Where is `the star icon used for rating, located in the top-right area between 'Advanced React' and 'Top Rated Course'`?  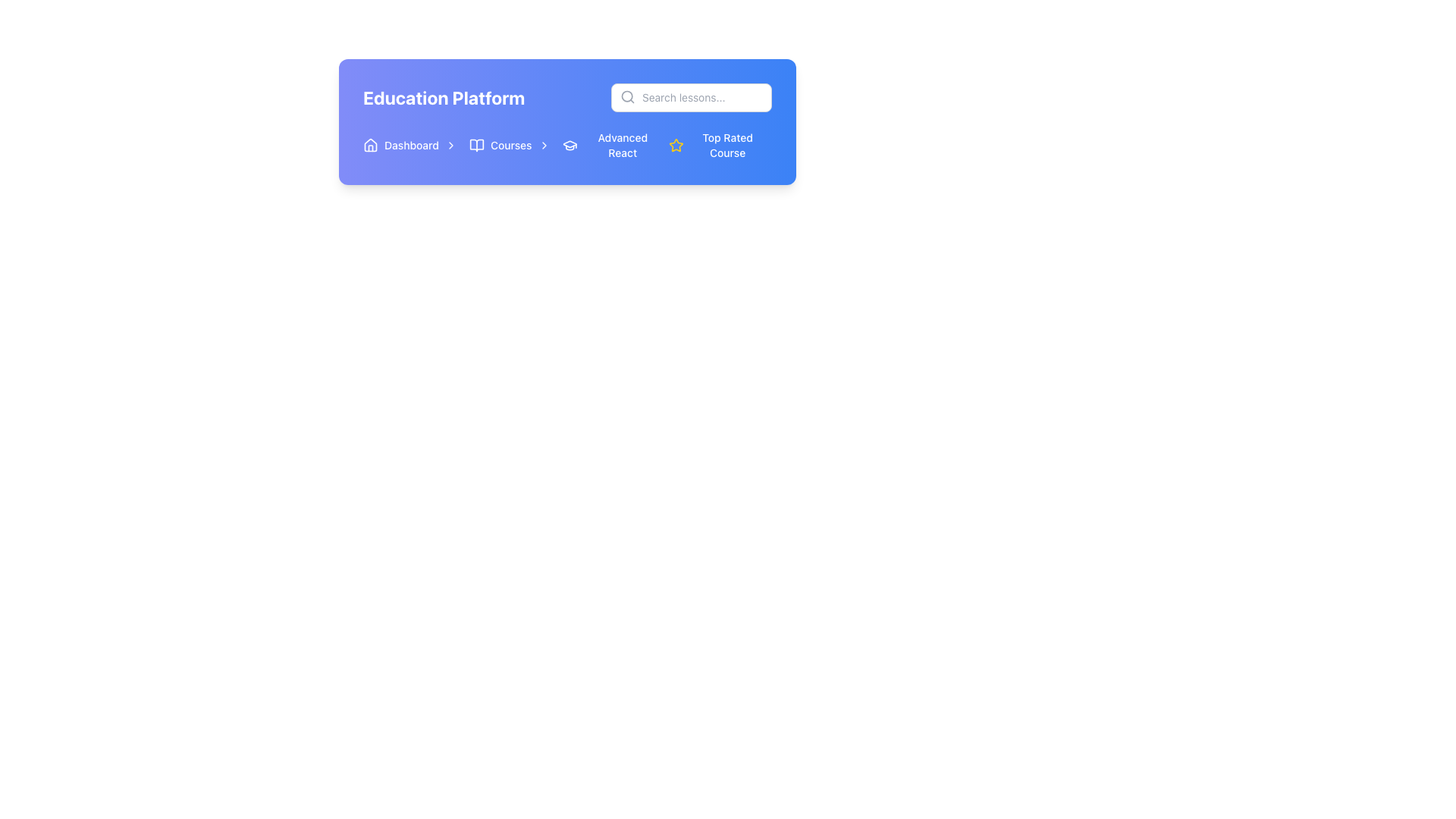 the star icon used for rating, located in the top-right area between 'Advanced React' and 'Top Rated Course' is located at coordinates (675, 145).